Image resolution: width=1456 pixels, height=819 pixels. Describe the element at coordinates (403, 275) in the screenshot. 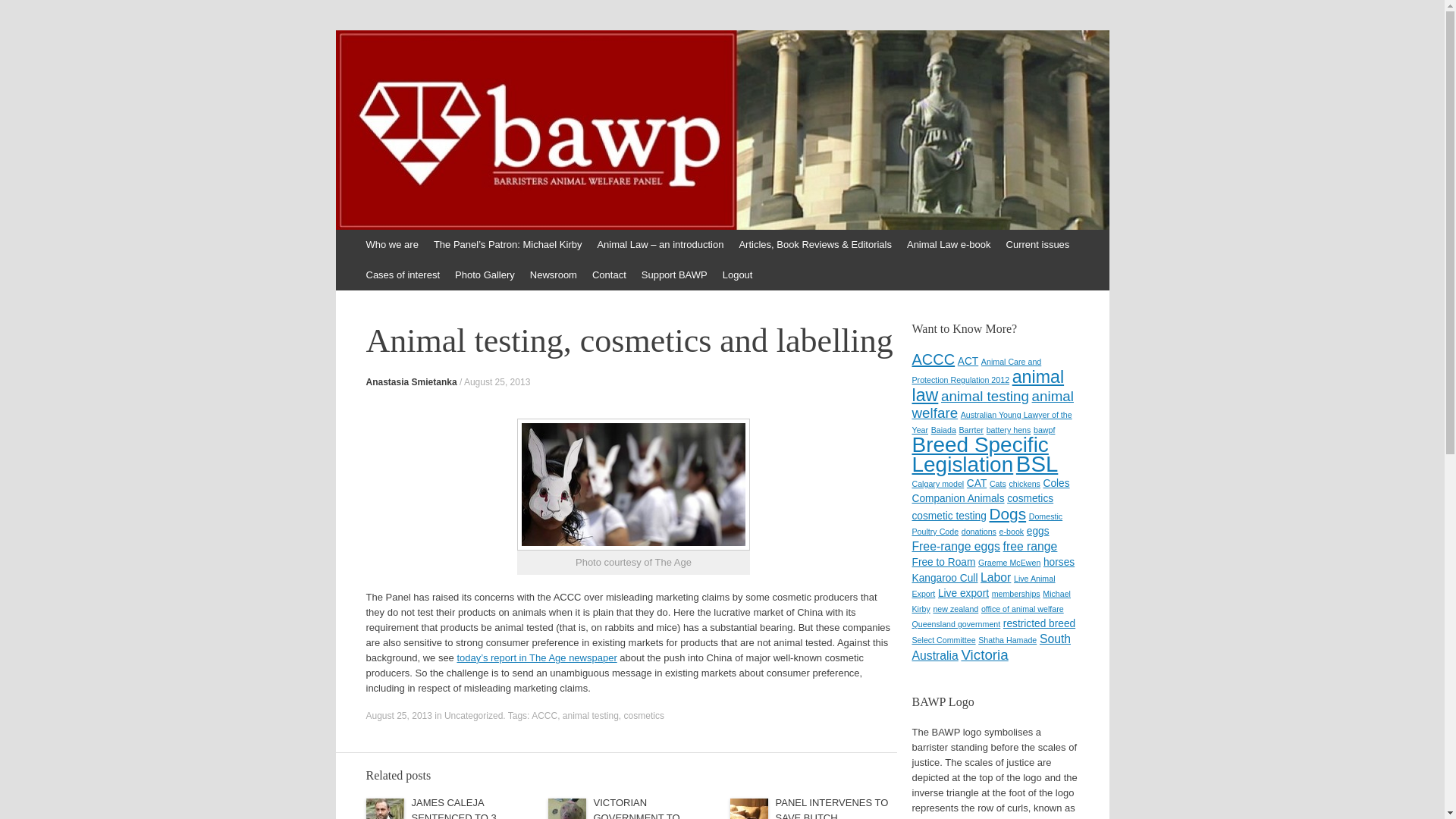

I see `'Cases of interest'` at that location.